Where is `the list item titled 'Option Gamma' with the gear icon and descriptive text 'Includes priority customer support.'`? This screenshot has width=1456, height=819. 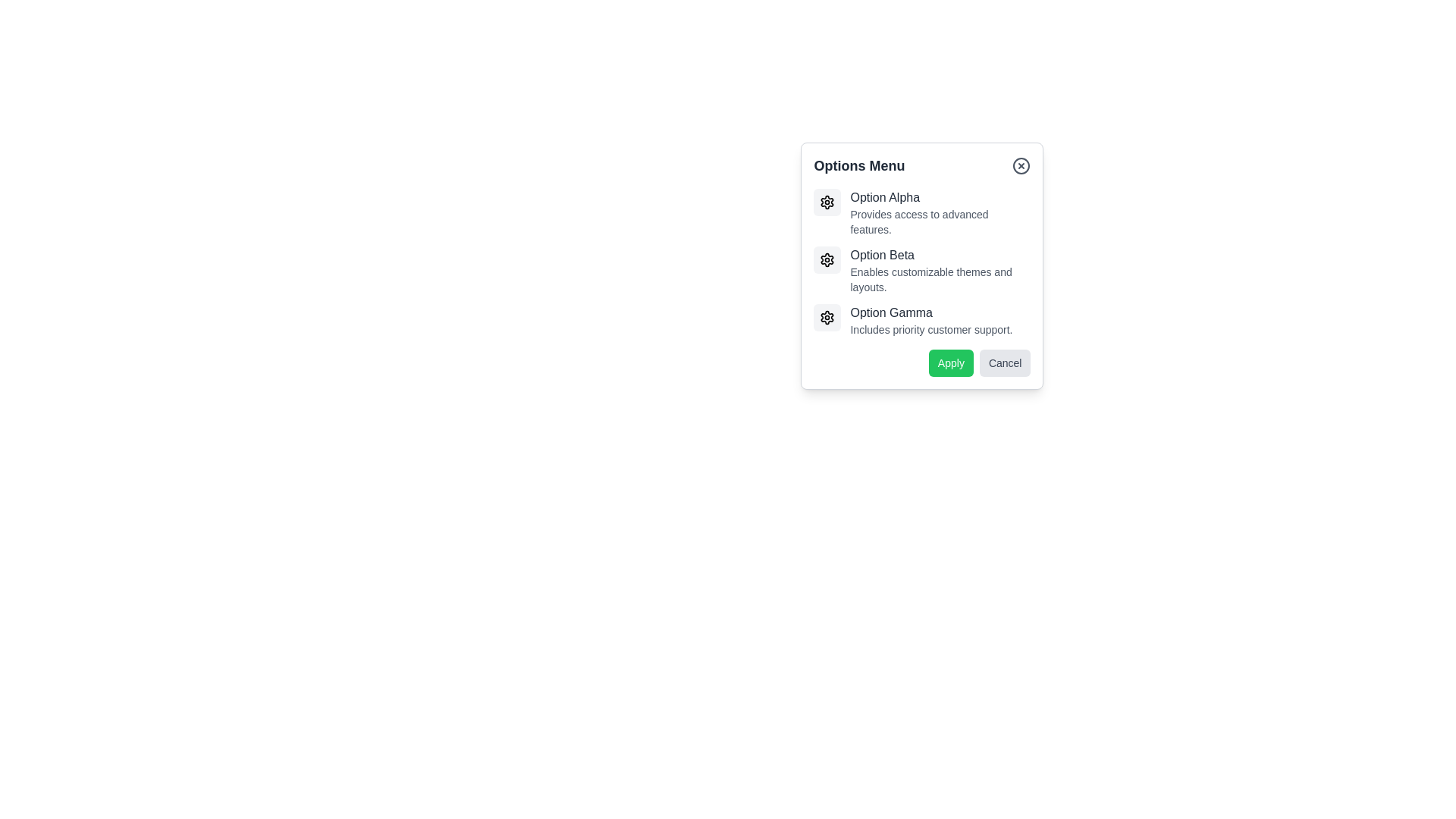 the list item titled 'Option Gamma' with the gear icon and descriptive text 'Includes priority customer support.' is located at coordinates (921, 320).